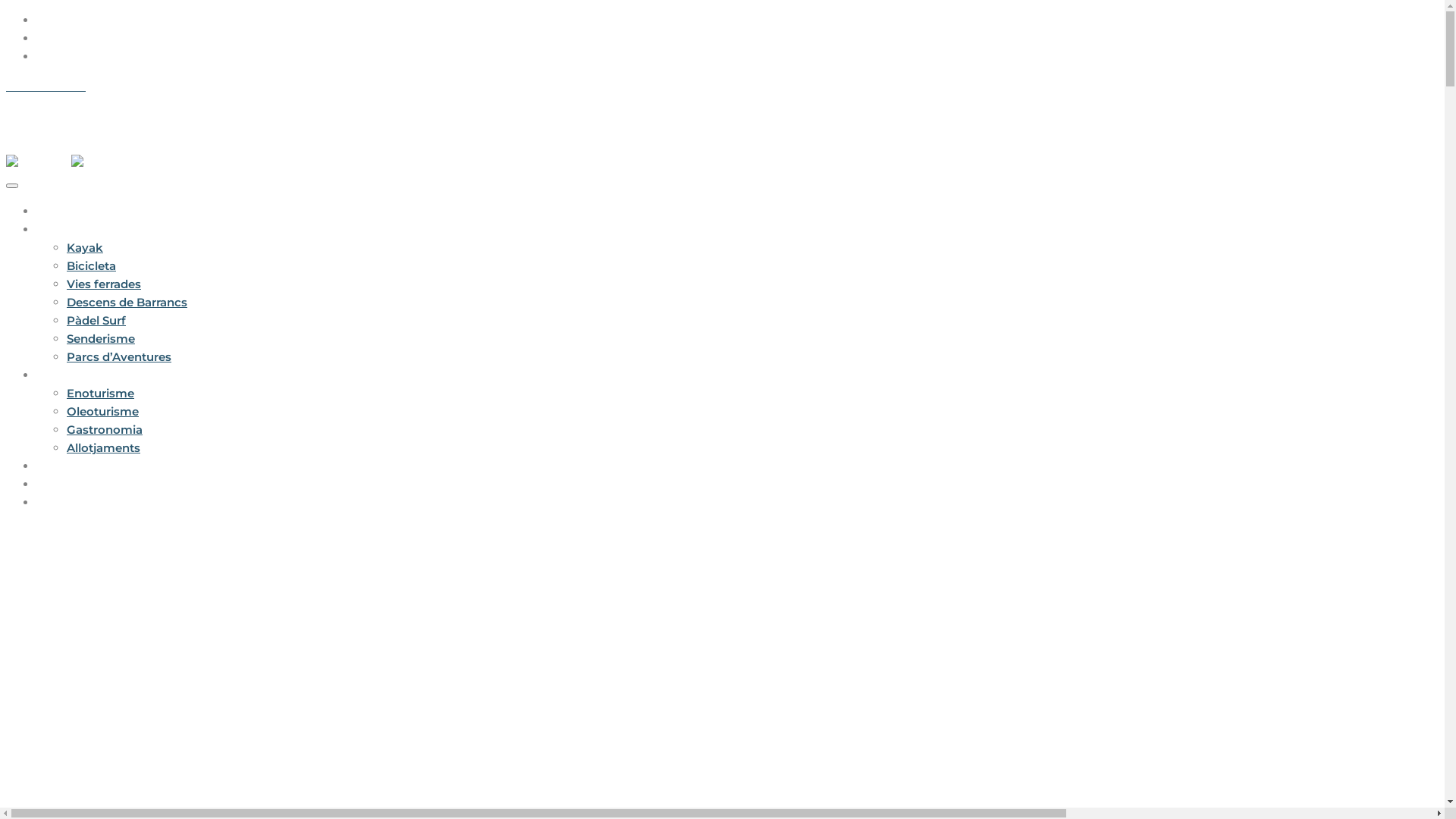  What do you see at coordinates (54, 465) in the screenshot?
I see `'Packs'` at bounding box center [54, 465].